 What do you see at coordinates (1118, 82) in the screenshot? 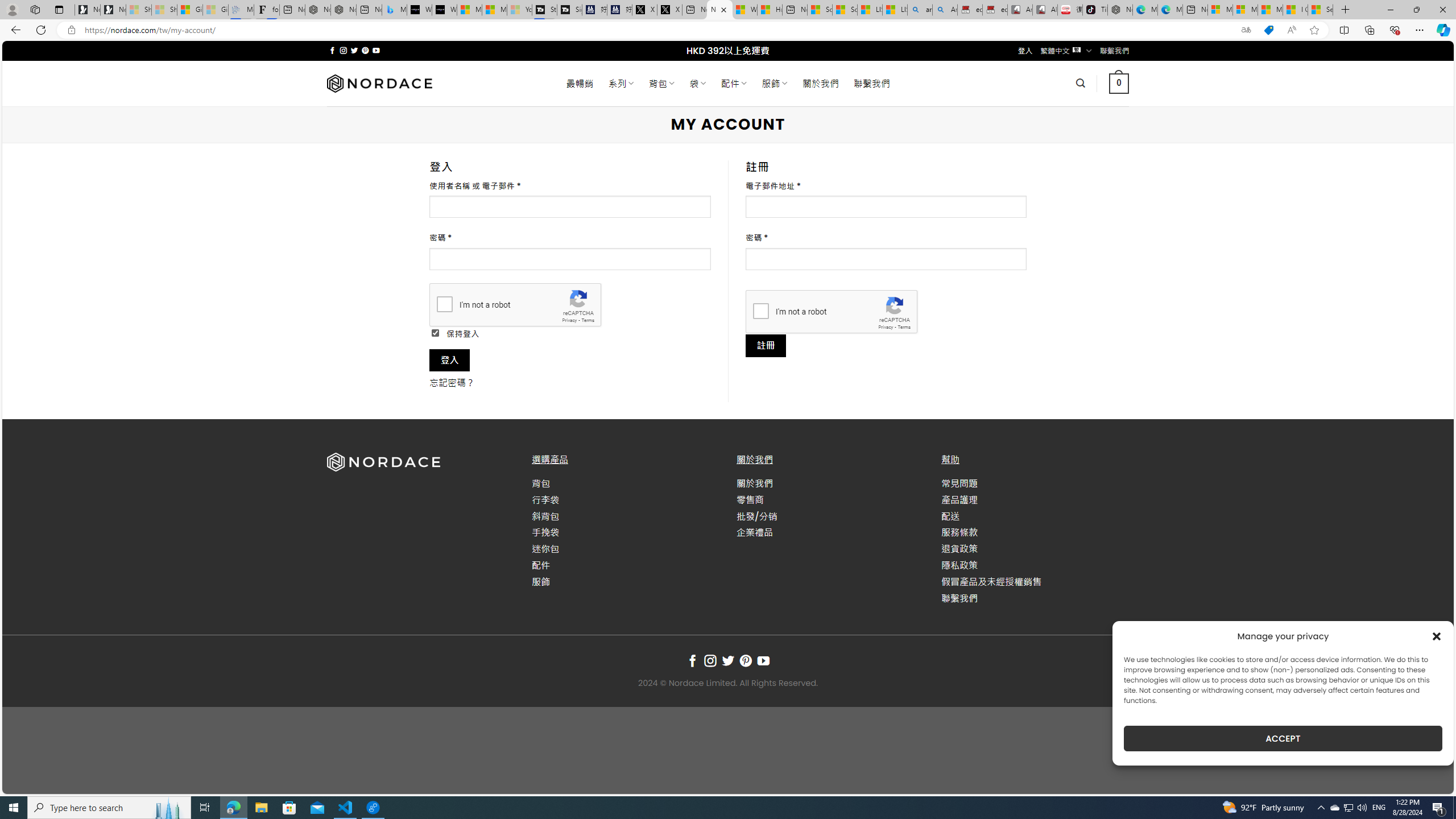
I see `' 0 '` at bounding box center [1118, 82].